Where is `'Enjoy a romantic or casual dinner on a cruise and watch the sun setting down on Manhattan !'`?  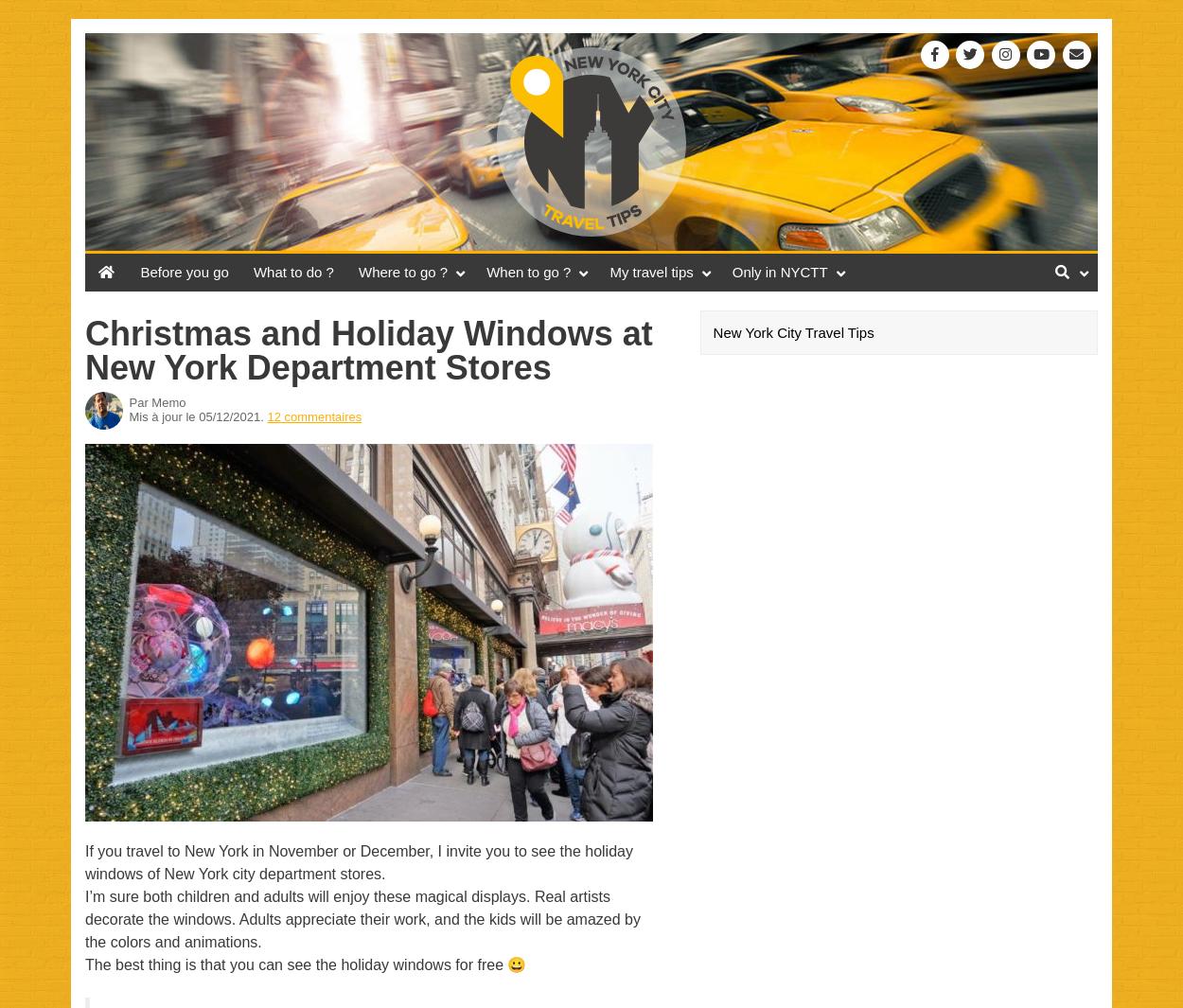
'Enjoy a romantic or casual dinner on a cruise and watch the sun setting down on Manhattan !' is located at coordinates (930, 563).